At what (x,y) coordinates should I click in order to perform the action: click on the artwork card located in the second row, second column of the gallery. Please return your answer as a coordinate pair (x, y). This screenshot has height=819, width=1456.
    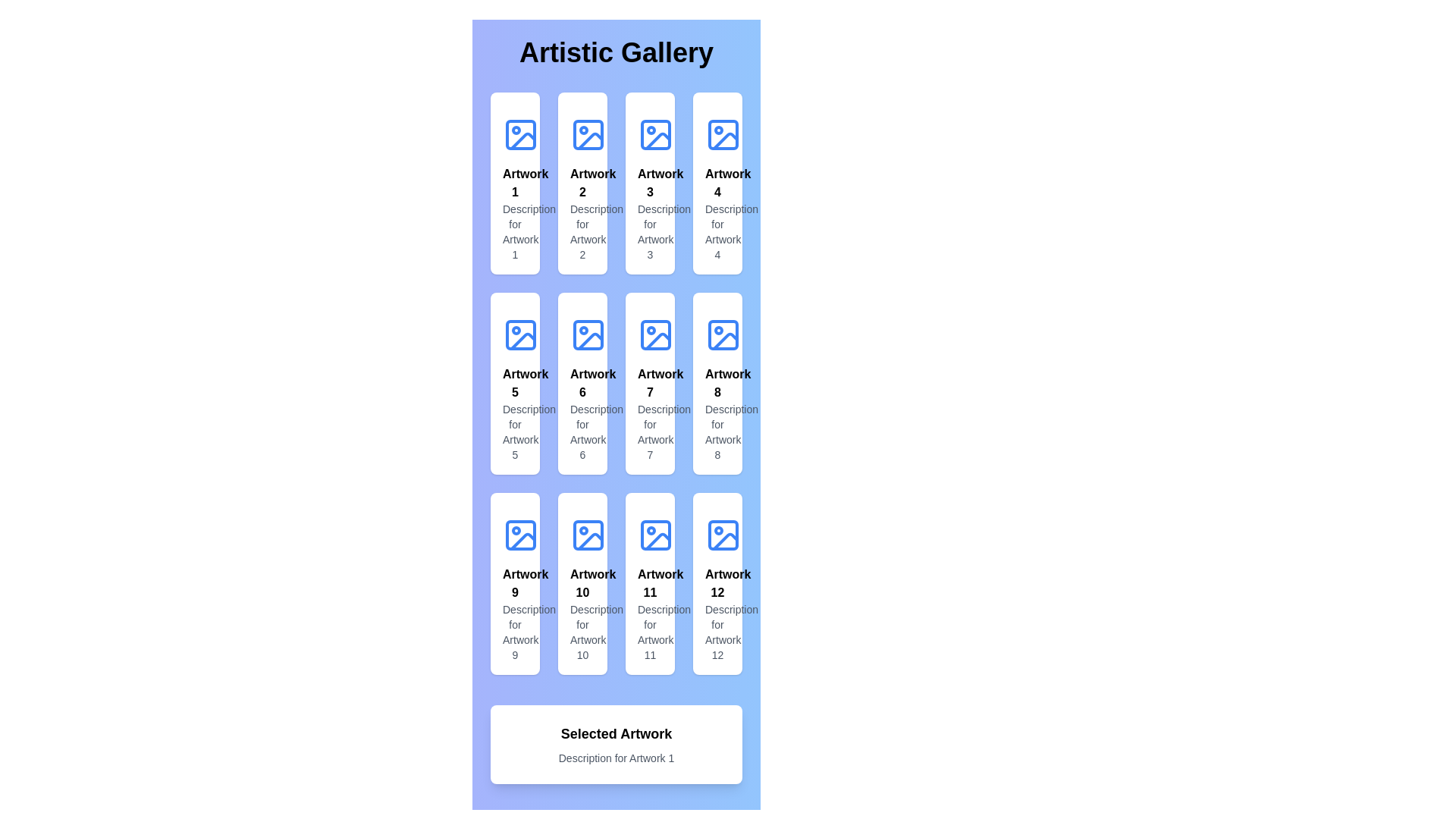
    Looking at the image, I should click on (582, 382).